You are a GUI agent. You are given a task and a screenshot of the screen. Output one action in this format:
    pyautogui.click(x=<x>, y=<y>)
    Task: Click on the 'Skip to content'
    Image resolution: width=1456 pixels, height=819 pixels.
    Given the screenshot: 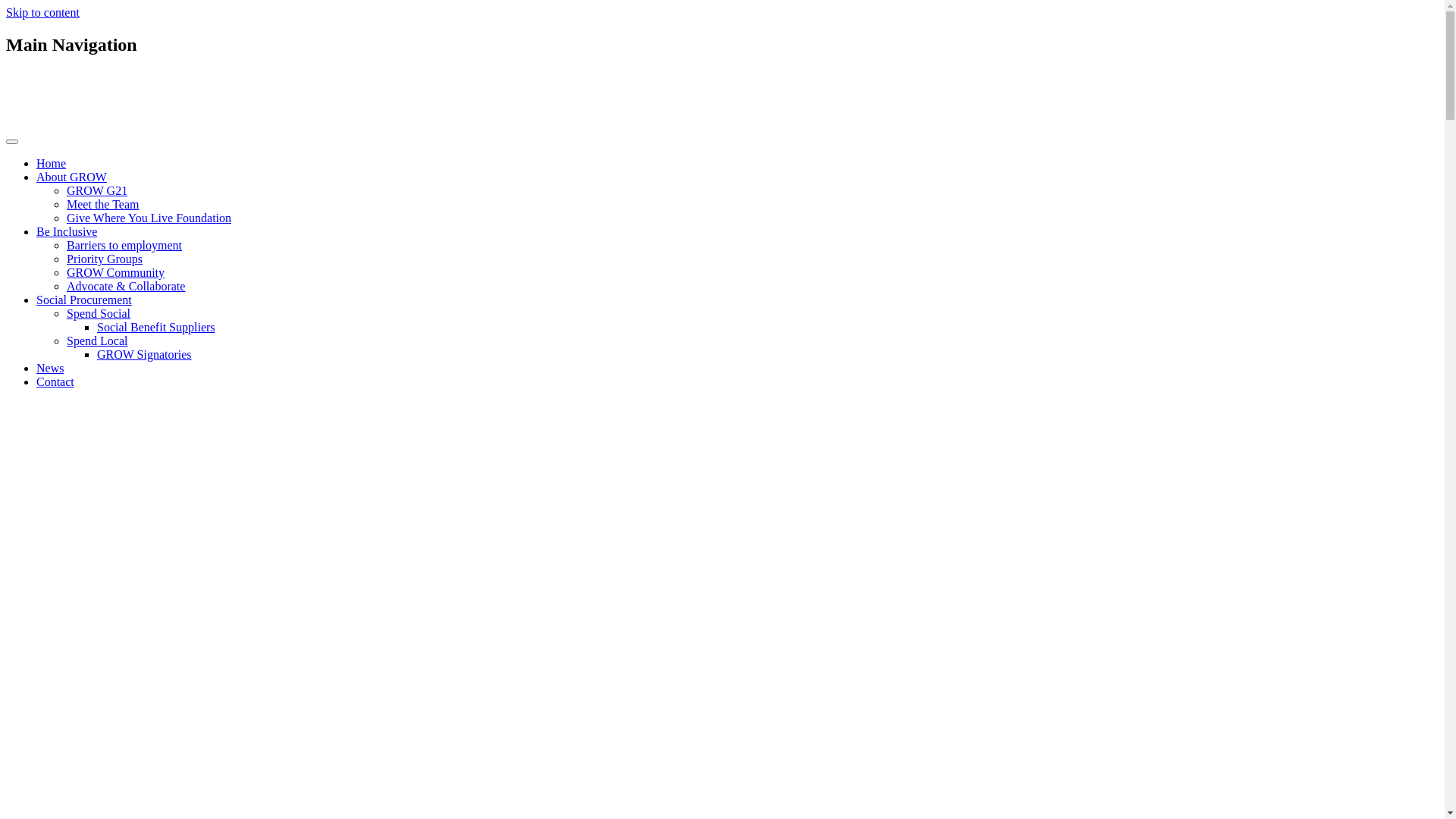 What is the action you would take?
    pyautogui.click(x=6, y=12)
    